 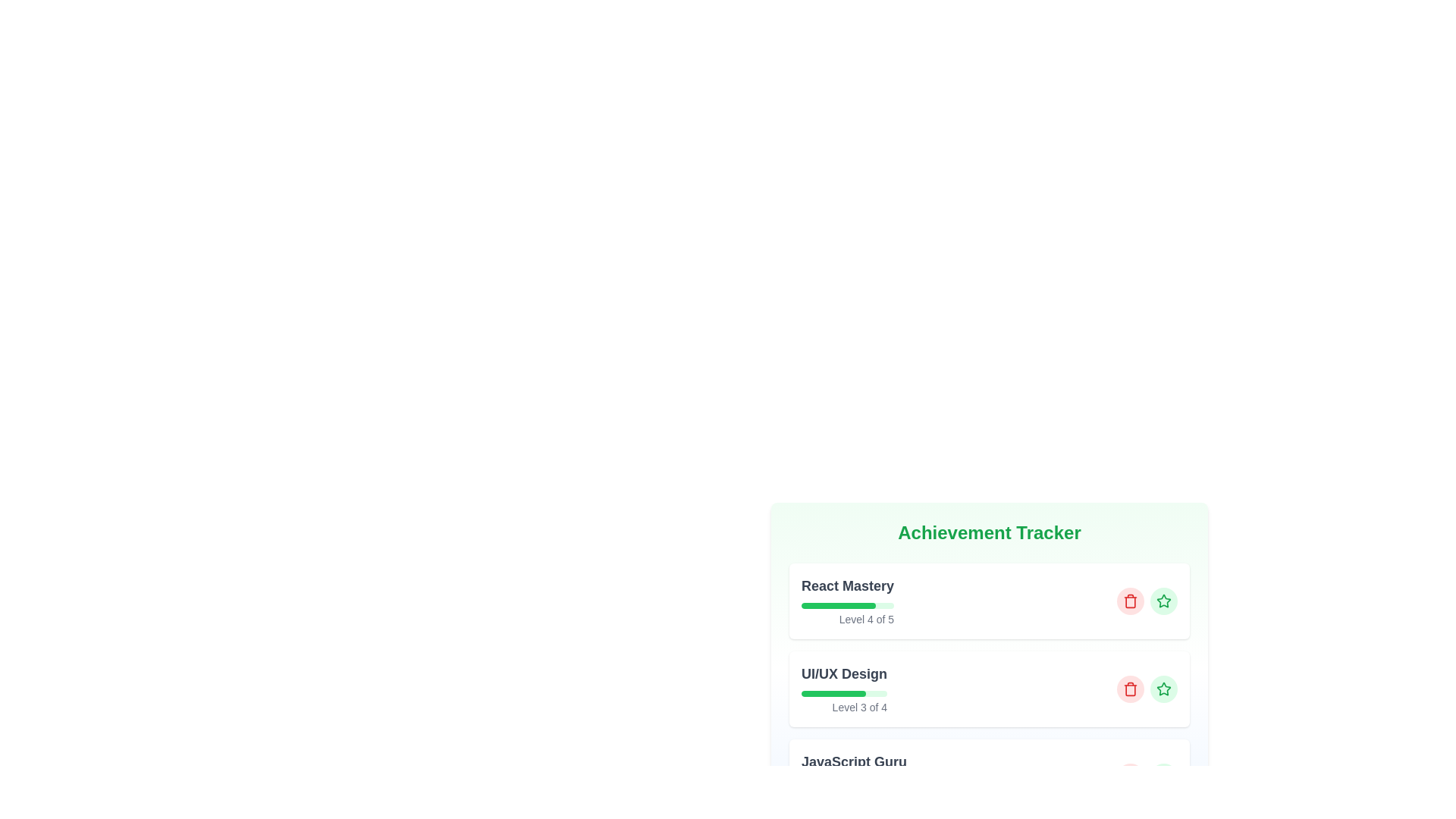 I want to click on the second button on the far right side of the inline layout, which marks an achievement as a favorite, aligning with the 'JavaScript Guru' entry in the Achievement Tracker, so click(x=1163, y=777).